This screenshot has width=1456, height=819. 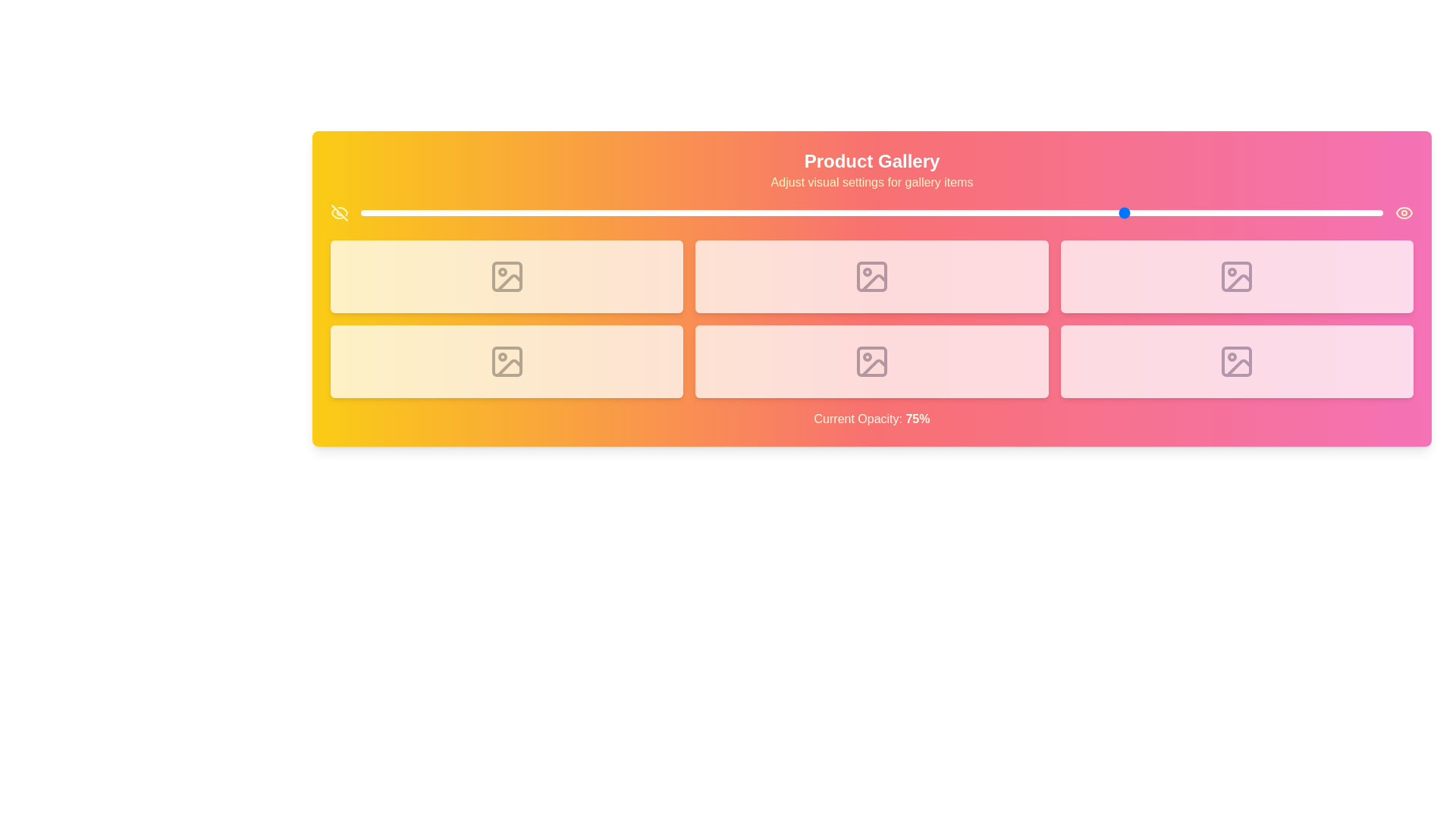 What do you see at coordinates (1106, 213) in the screenshot?
I see `the gallery opacity to 73% using the slider` at bounding box center [1106, 213].